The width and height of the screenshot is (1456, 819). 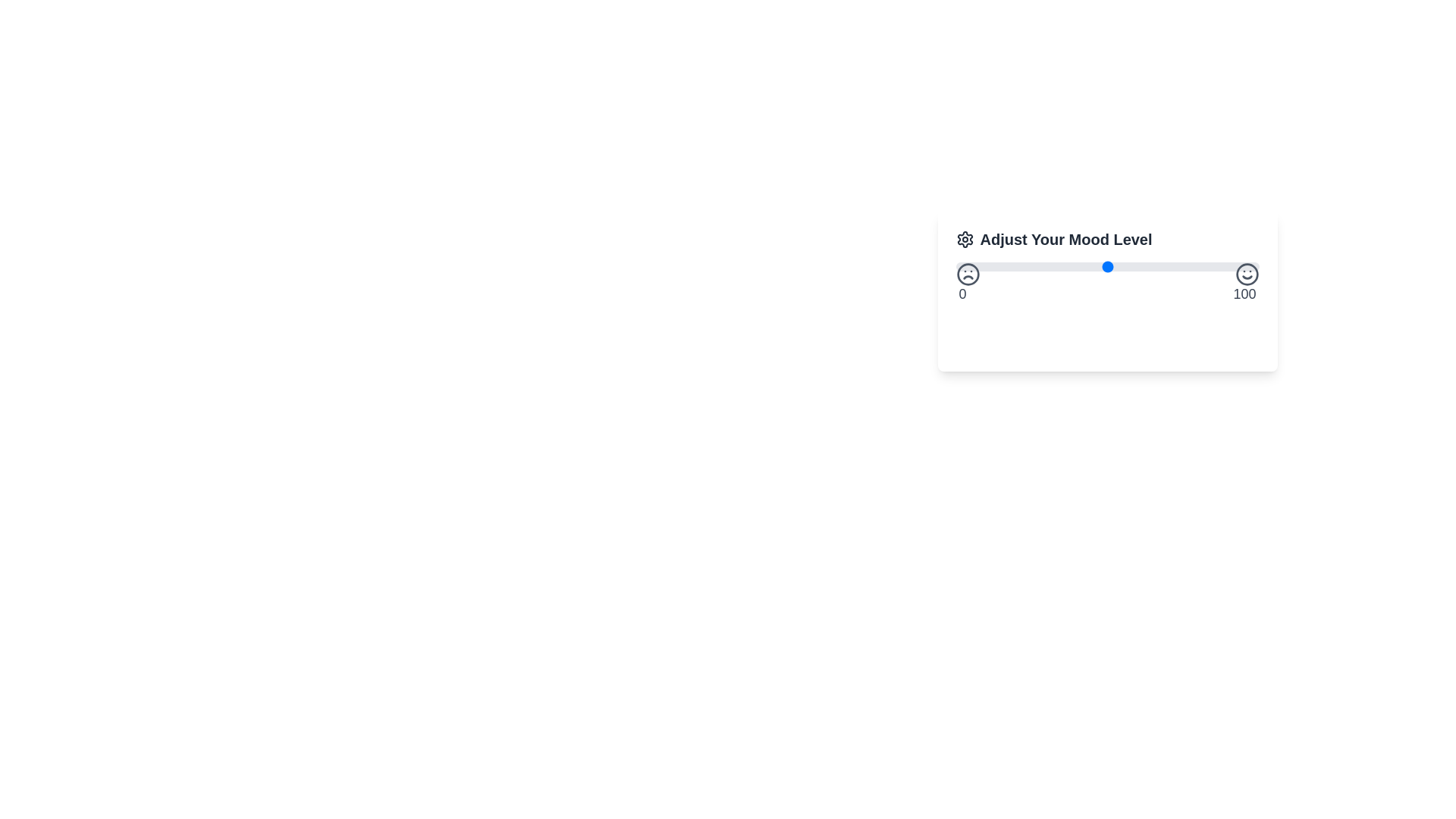 I want to click on the 'Save Mood' button located at the bottom of the centered UI card titled 'Adjust Your Mood Level', so click(x=1107, y=291).